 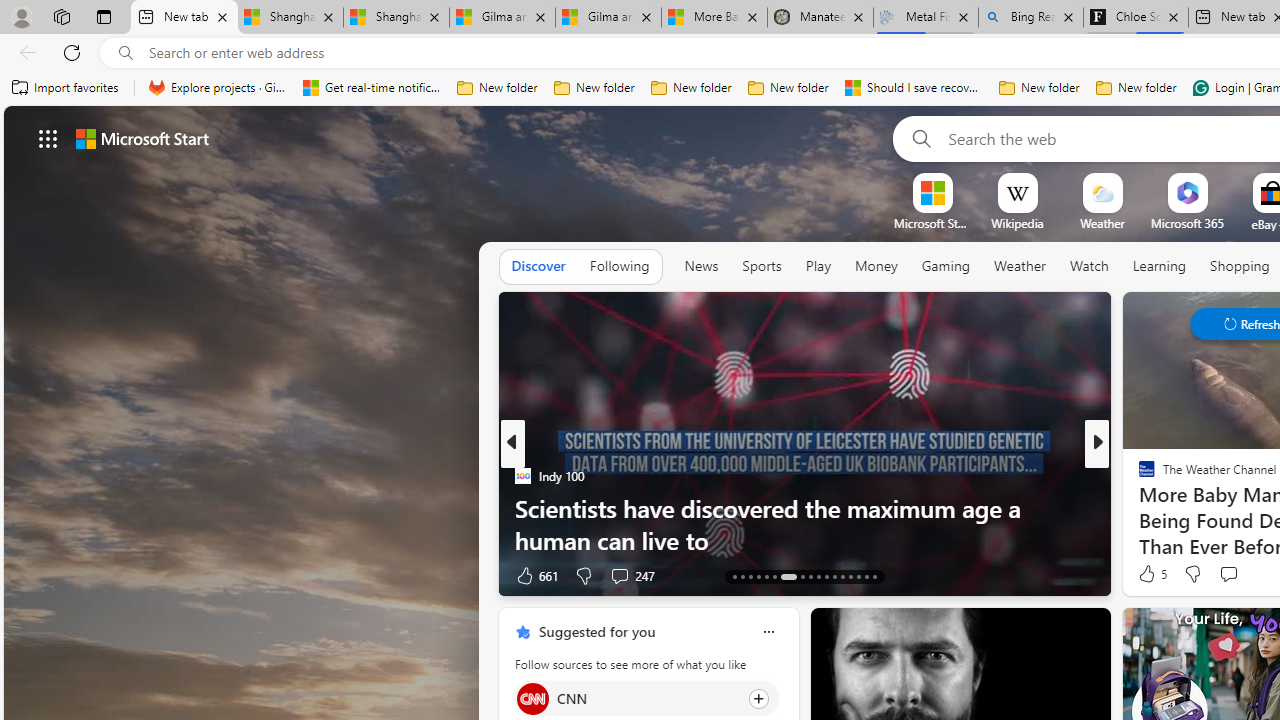 What do you see at coordinates (1138, 506) in the screenshot?
I see `'Yumophile'` at bounding box center [1138, 506].